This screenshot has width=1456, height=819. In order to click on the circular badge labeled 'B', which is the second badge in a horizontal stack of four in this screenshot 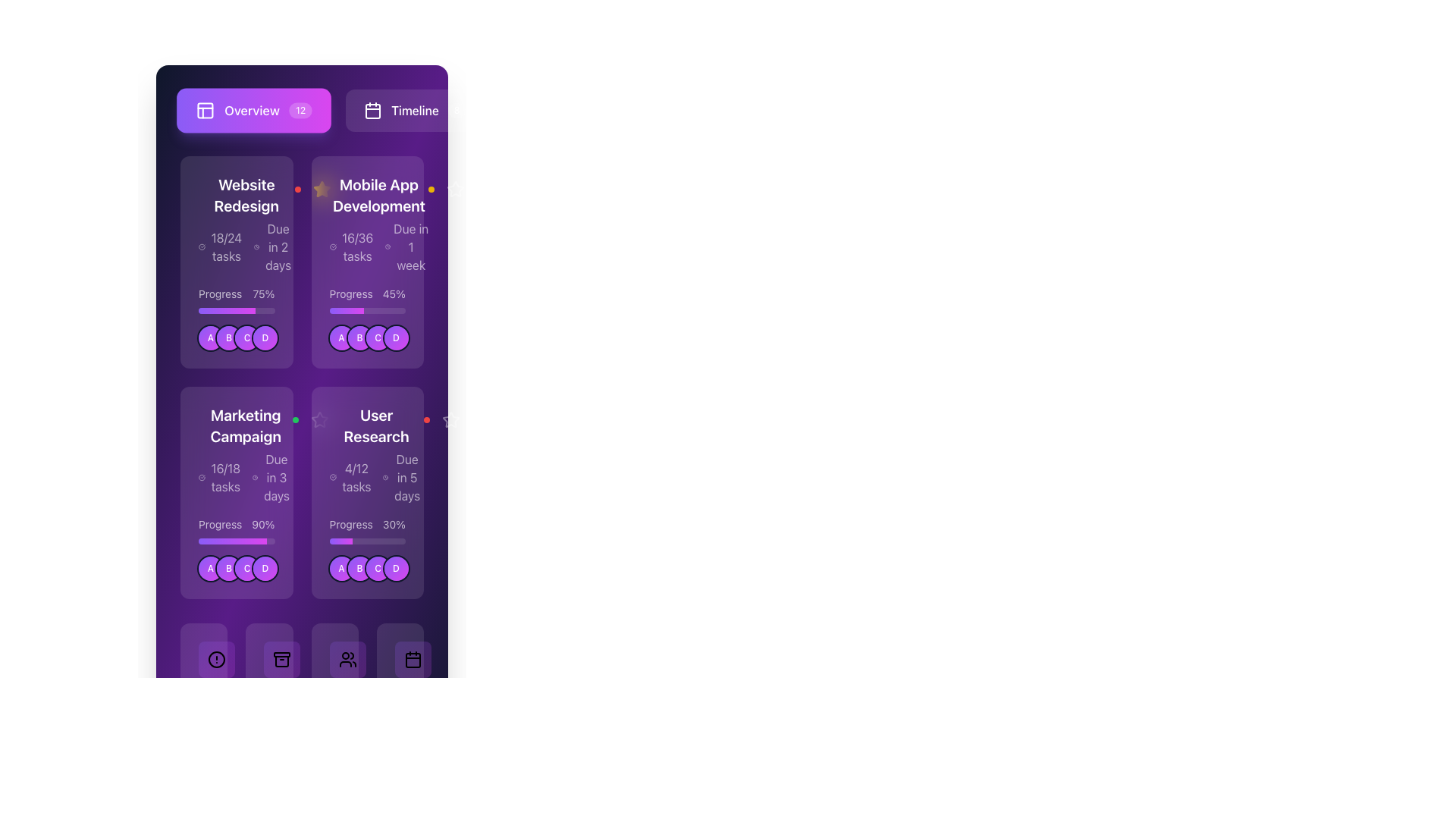, I will do `click(359, 337)`.